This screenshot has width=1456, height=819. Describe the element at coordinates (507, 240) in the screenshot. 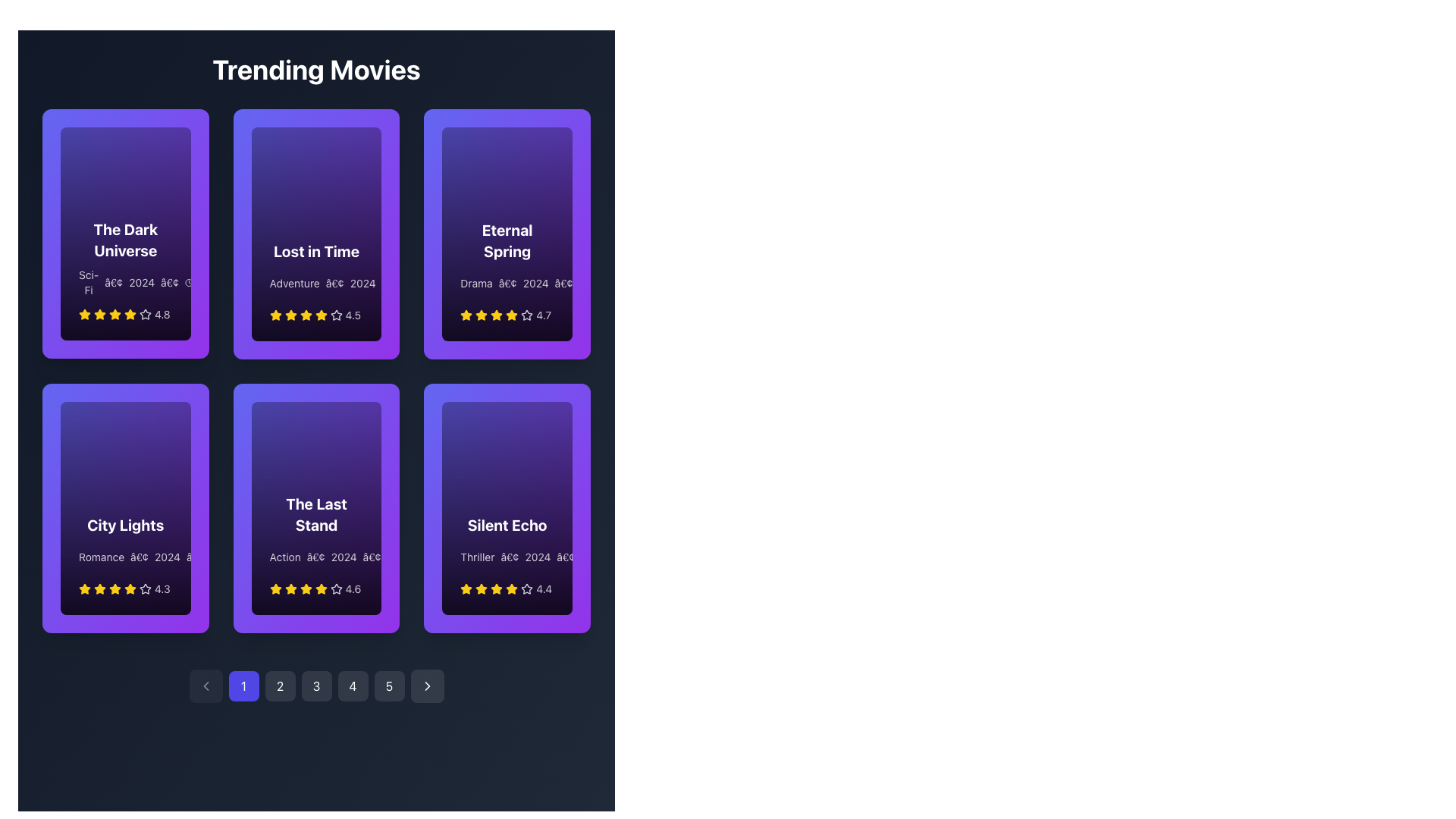

I see `the 'Eternal Spring' text element, which is displayed in a large, bold white font on a purple background, to emphasize it` at that location.